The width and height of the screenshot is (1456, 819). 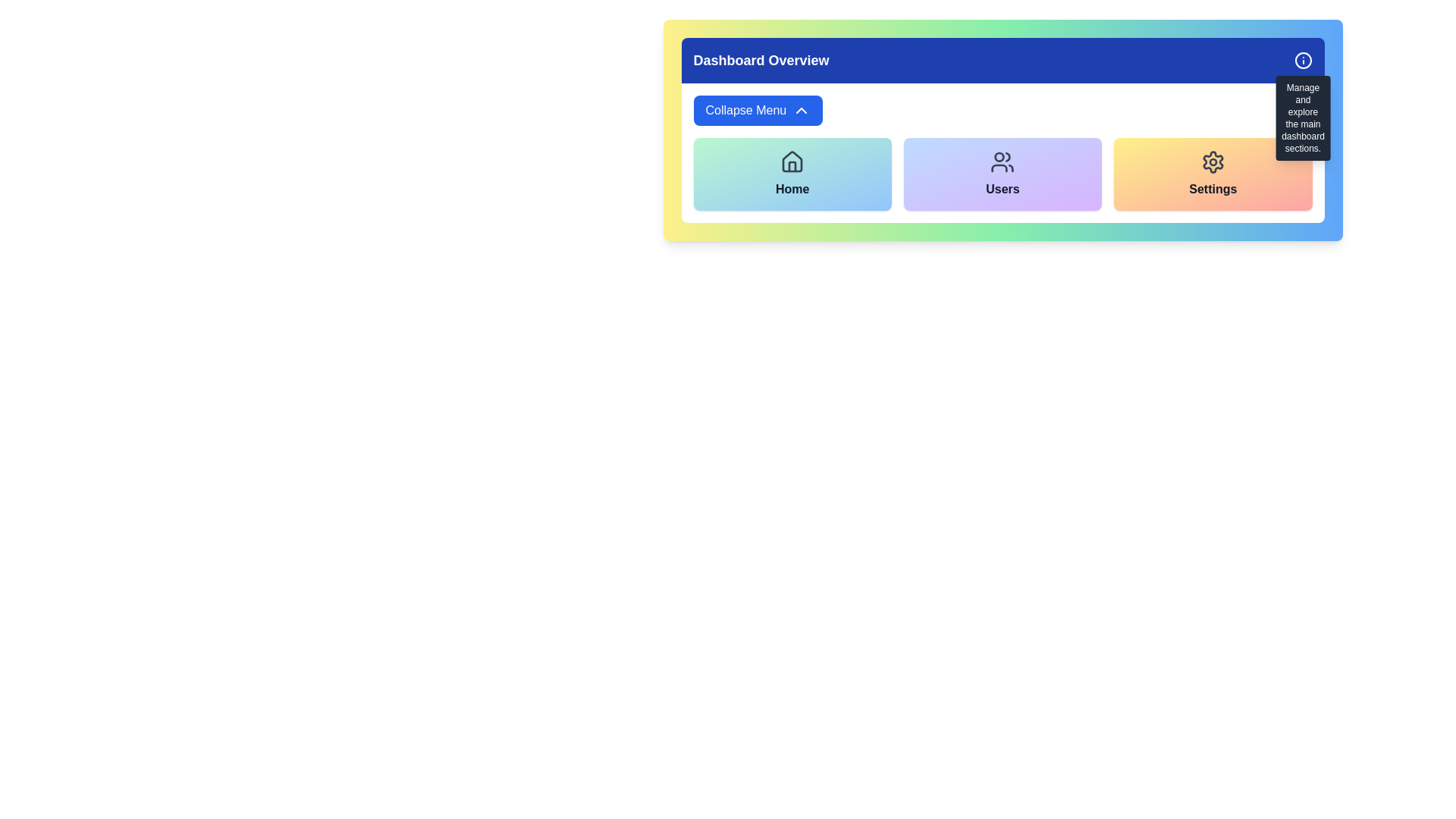 What do you see at coordinates (1003, 174) in the screenshot?
I see `the 'Users' button, which features a gradient background from blue to purple and has a centered icon of a group of people above a bold 'Users' label in black text` at bounding box center [1003, 174].